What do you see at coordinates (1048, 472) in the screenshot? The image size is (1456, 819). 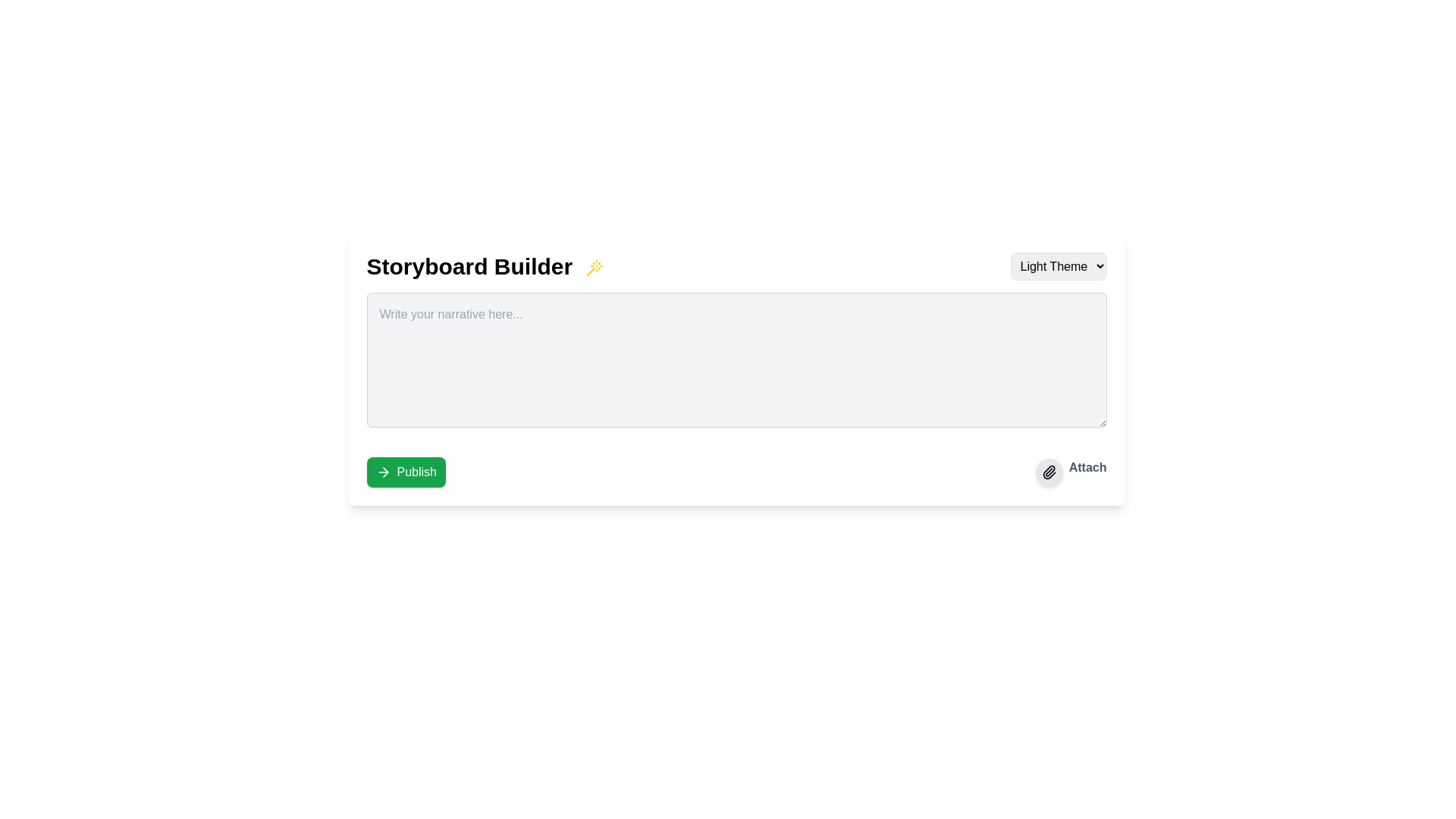 I see `the paperclip icon located within the circular button at the bottom-right corner of the interactive area` at bounding box center [1048, 472].